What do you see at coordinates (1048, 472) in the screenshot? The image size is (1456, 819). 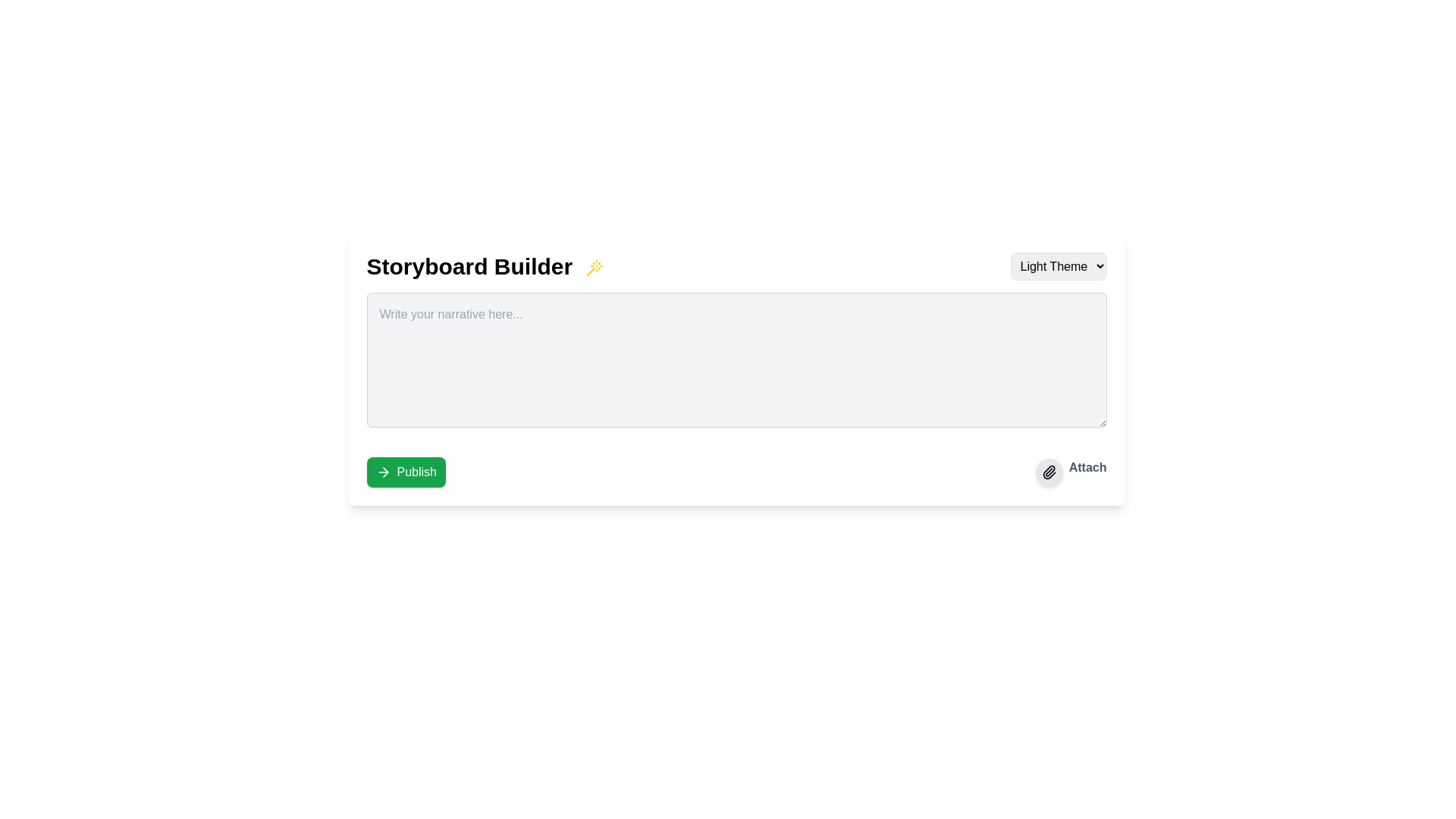 I see `the paperclip icon located within the circular button at the bottom-right corner of the interactive area` at bounding box center [1048, 472].